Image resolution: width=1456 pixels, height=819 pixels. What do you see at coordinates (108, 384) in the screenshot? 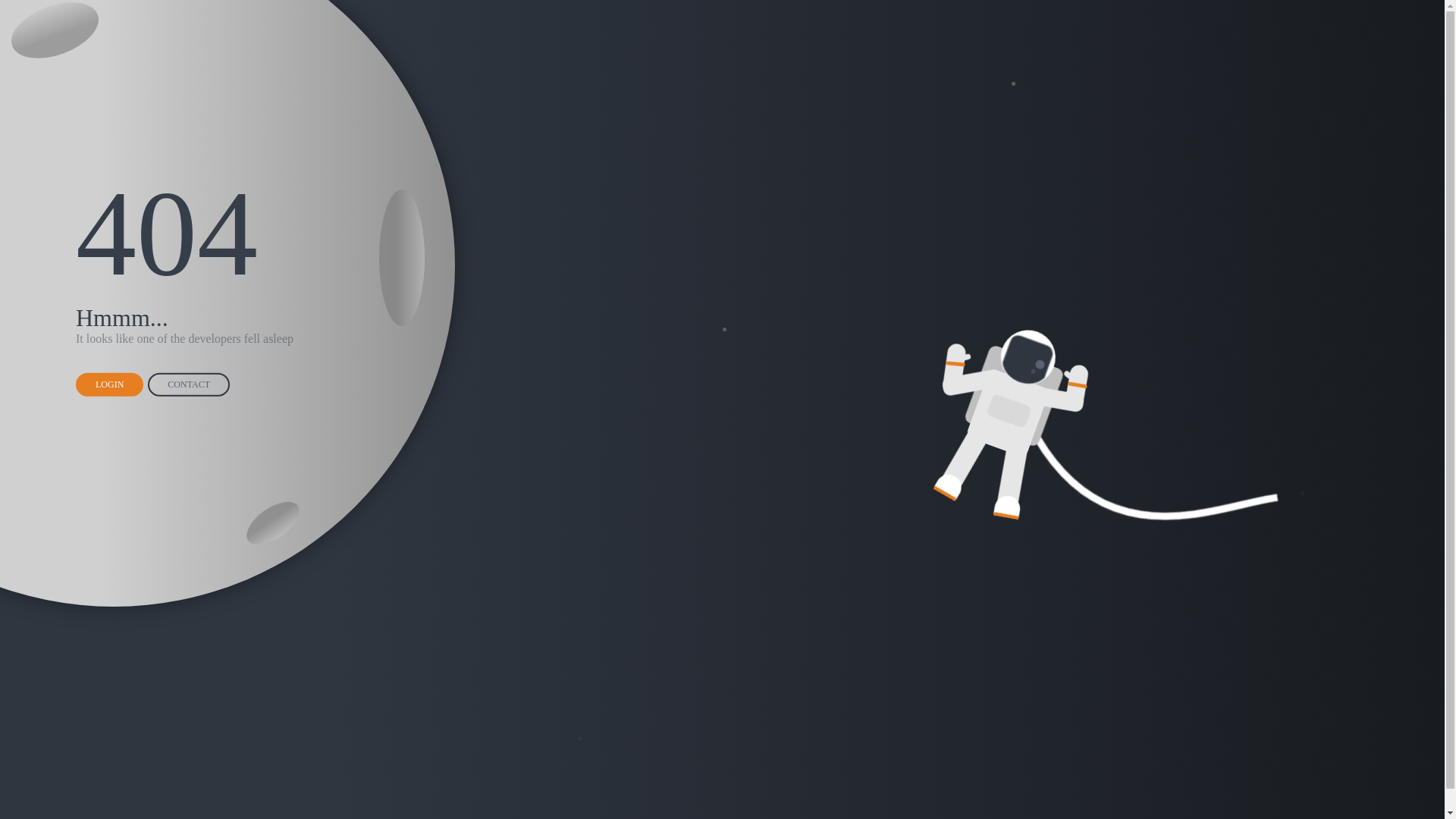
I see `'LOGIN'` at bounding box center [108, 384].